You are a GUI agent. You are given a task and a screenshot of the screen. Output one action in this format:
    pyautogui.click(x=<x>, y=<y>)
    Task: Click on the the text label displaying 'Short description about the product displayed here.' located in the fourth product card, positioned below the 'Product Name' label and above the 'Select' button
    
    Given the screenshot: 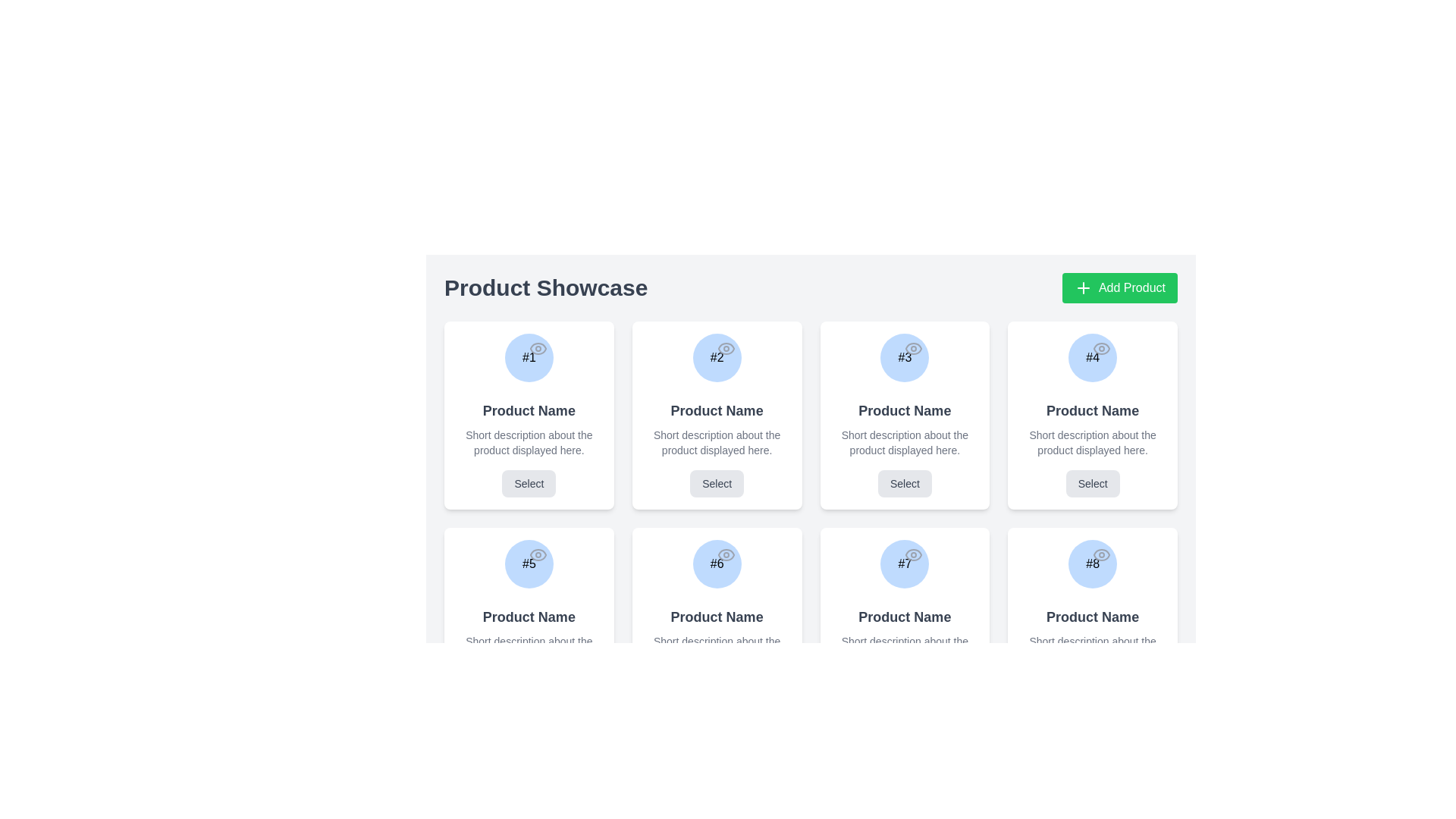 What is the action you would take?
    pyautogui.click(x=1093, y=442)
    